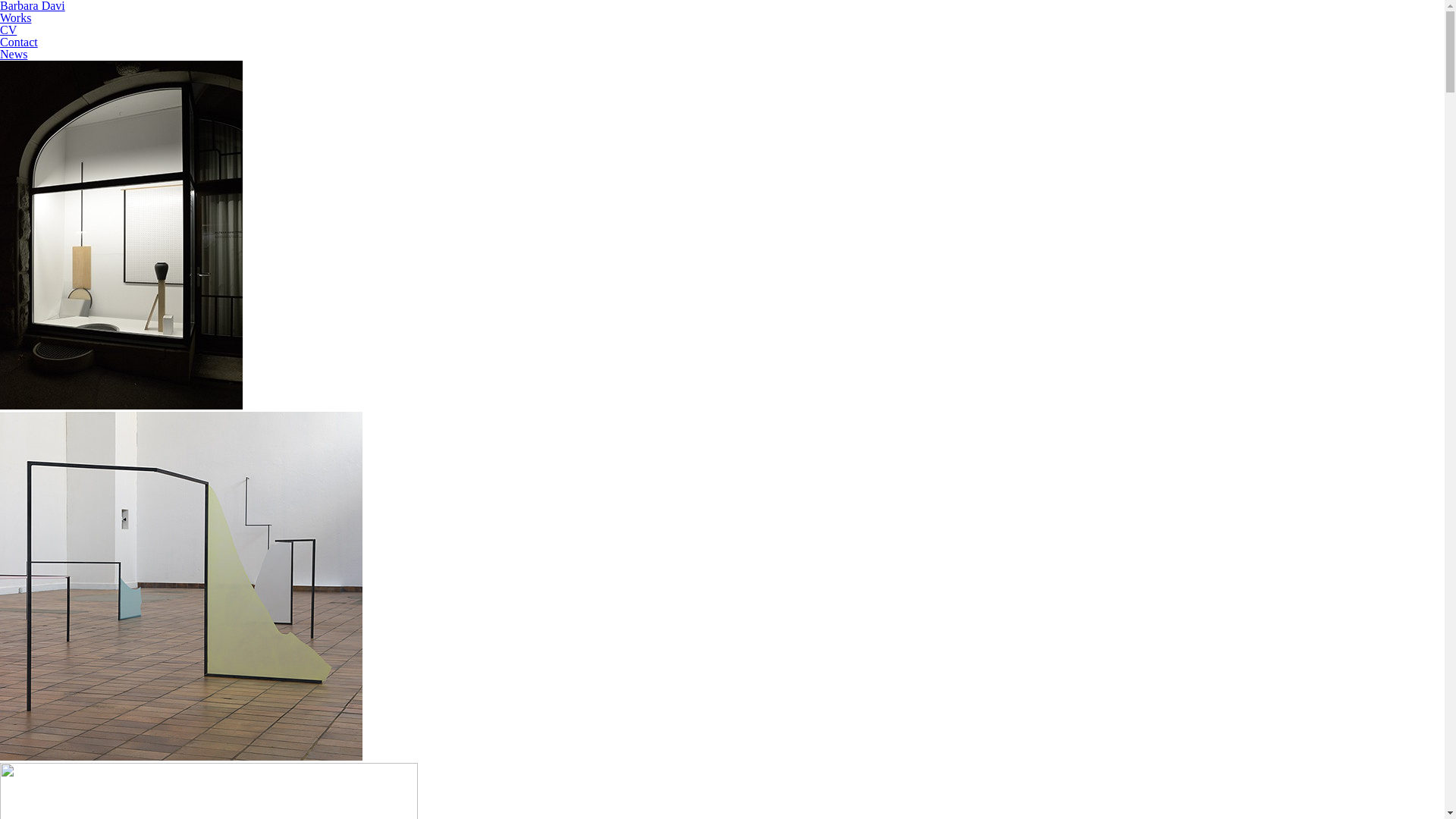 Image resolution: width=1456 pixels, height=819 pixels. I want to click on 'Contact', so click(18, 41).